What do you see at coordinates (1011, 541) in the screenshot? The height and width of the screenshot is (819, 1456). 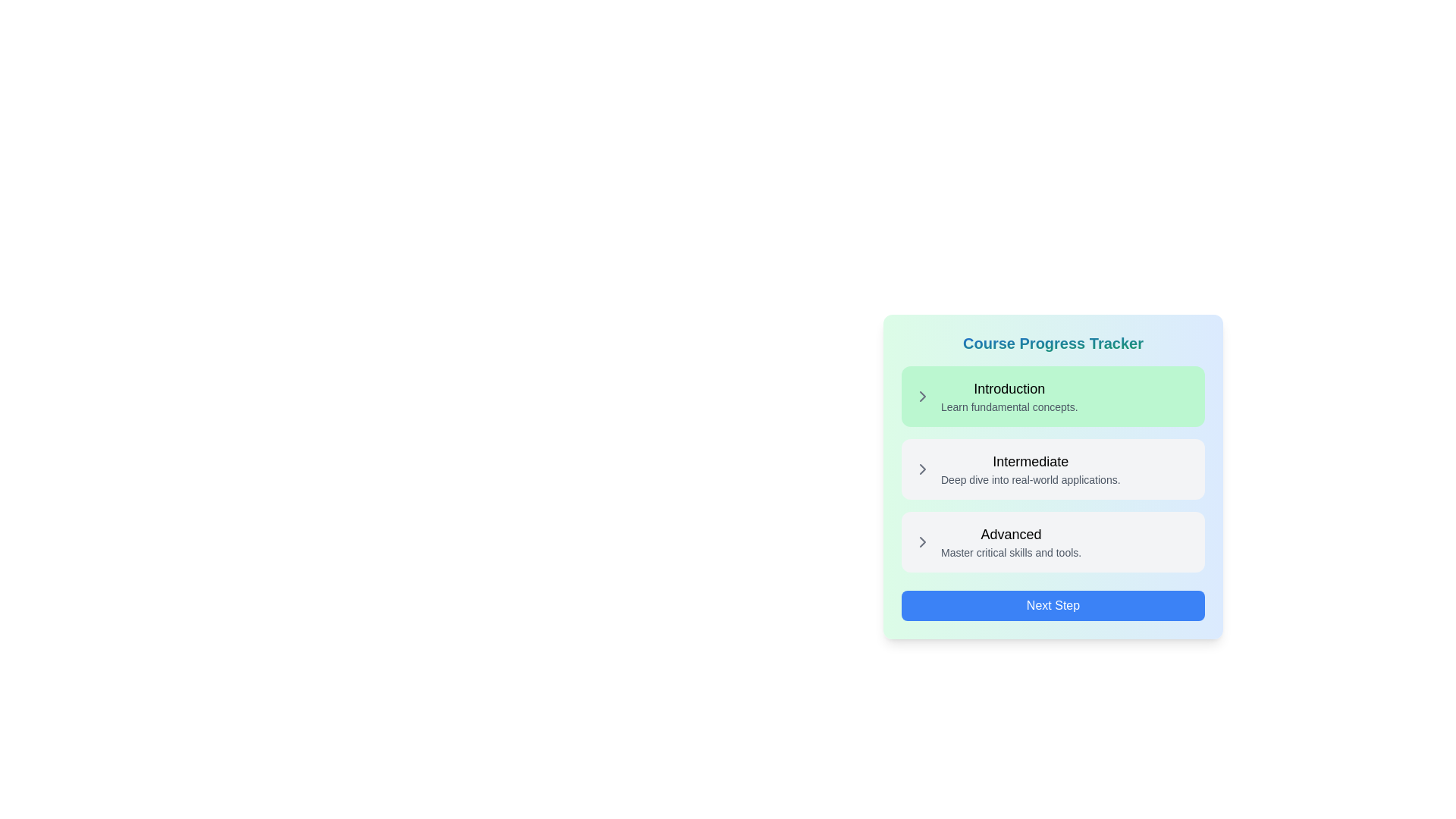 I see `the third item in the 'Course Progress Tracker' sidebar, which represents the advanced level in the course progress tracker` at bounding box center [1011, 541].